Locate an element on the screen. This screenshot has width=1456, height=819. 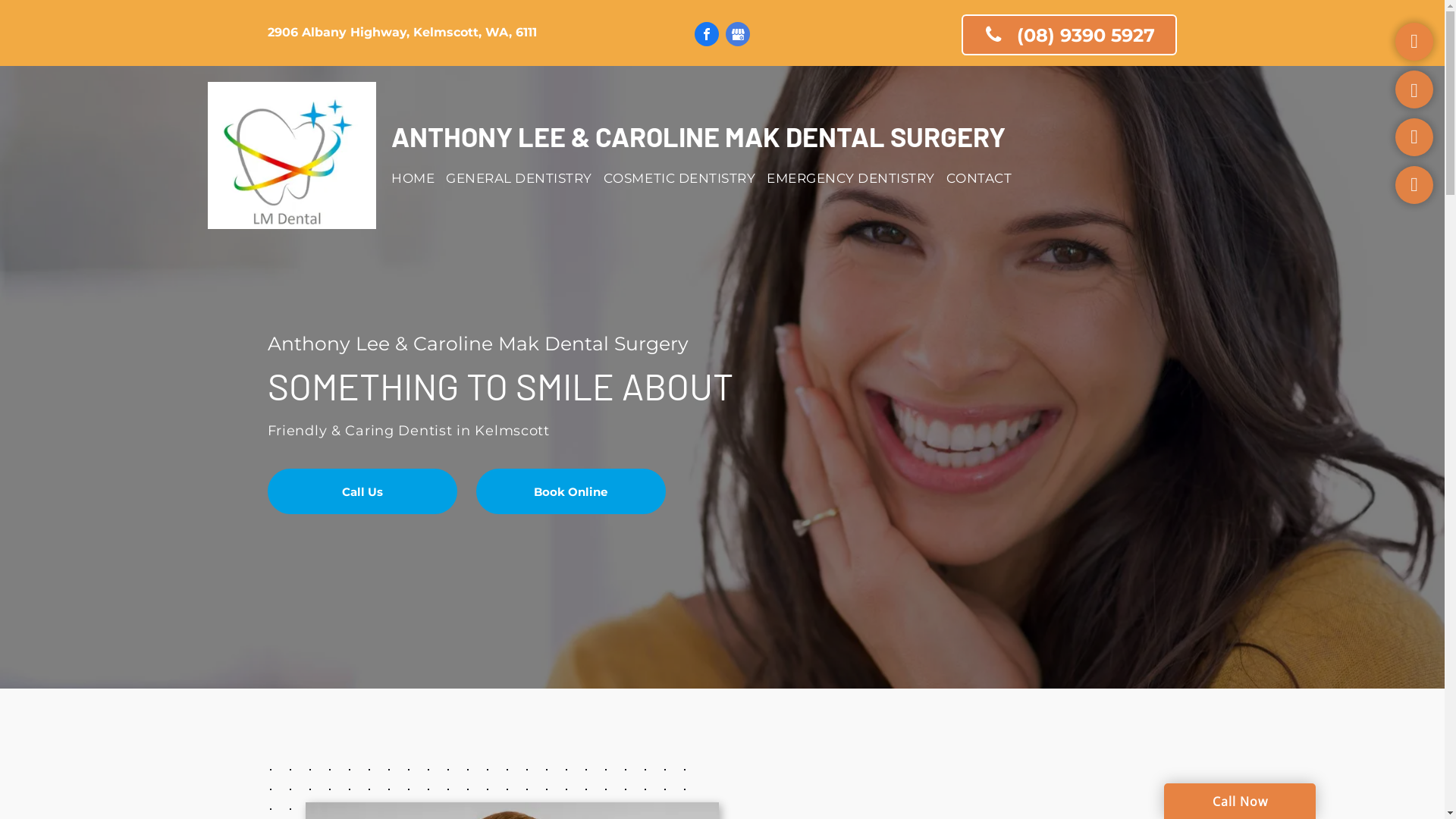
'CONTACT' is located at coordinates (985, 177).